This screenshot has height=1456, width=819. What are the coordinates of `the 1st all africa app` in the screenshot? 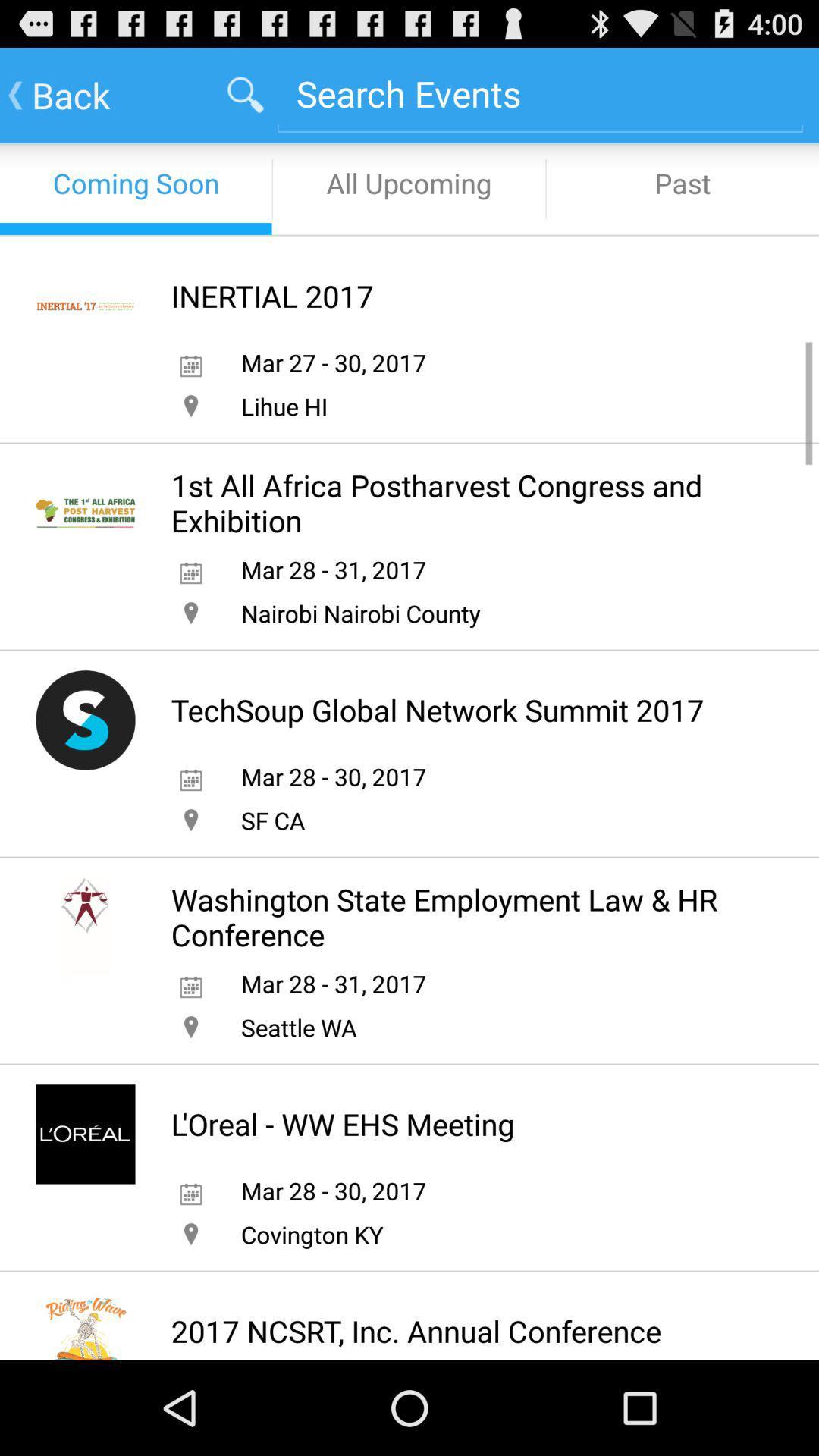 It's located at (462, 503).